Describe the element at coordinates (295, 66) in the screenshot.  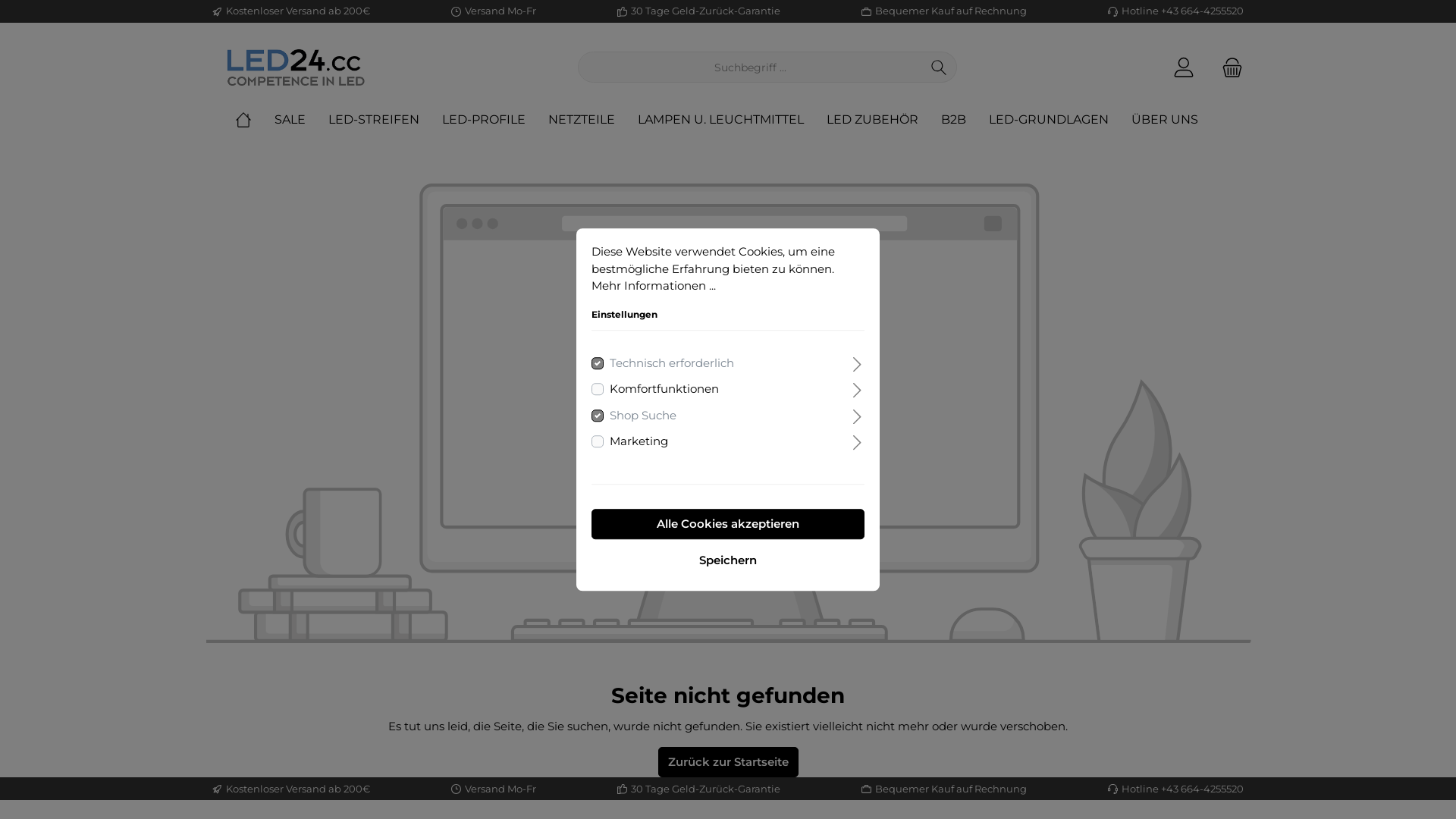
I see `'Zur Startseite wechseln'` at that location.